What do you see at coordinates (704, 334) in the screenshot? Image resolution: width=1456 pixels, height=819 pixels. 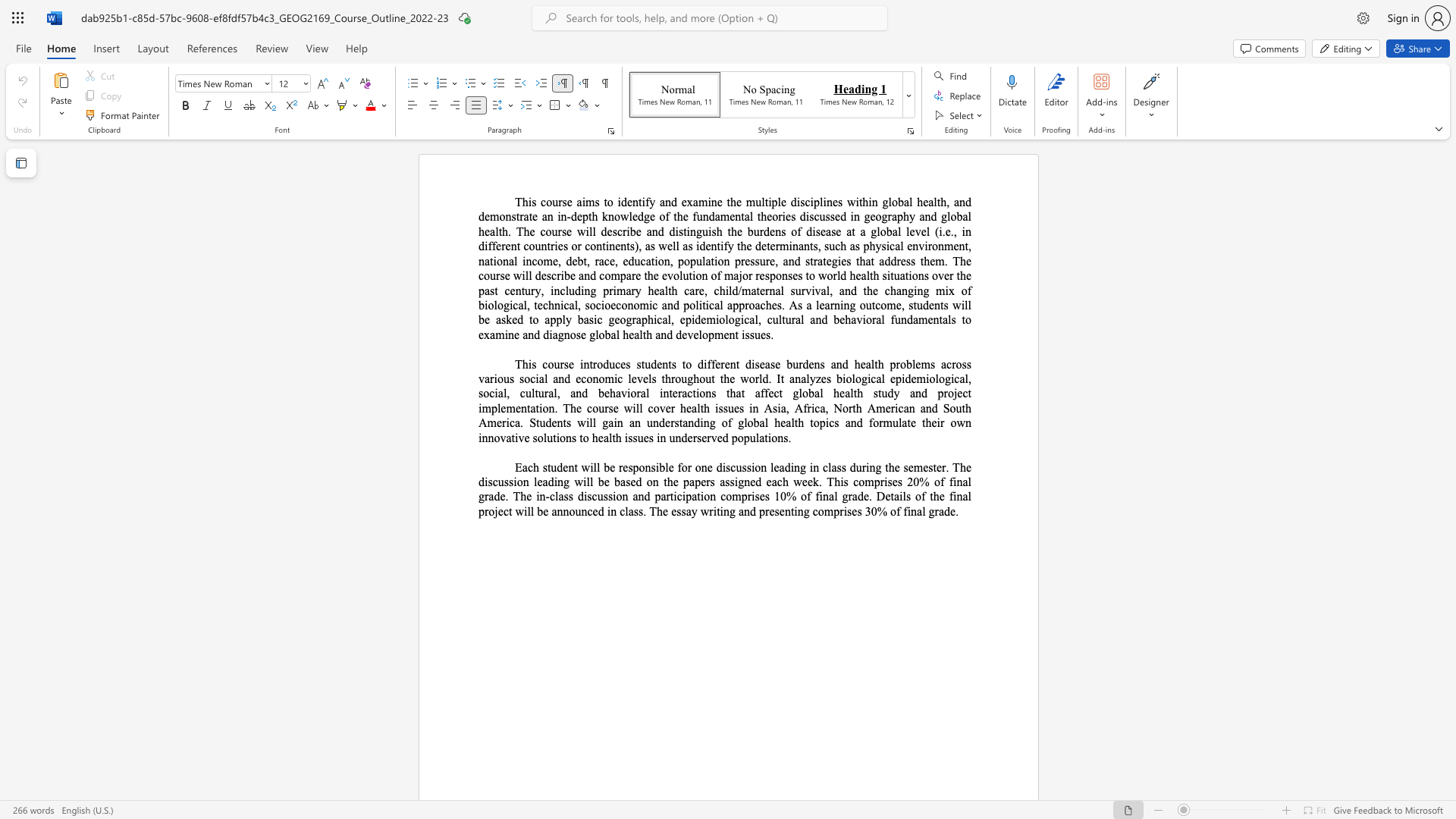 I see `the 8th character "o" in the text` at bounding box center [704, 334].